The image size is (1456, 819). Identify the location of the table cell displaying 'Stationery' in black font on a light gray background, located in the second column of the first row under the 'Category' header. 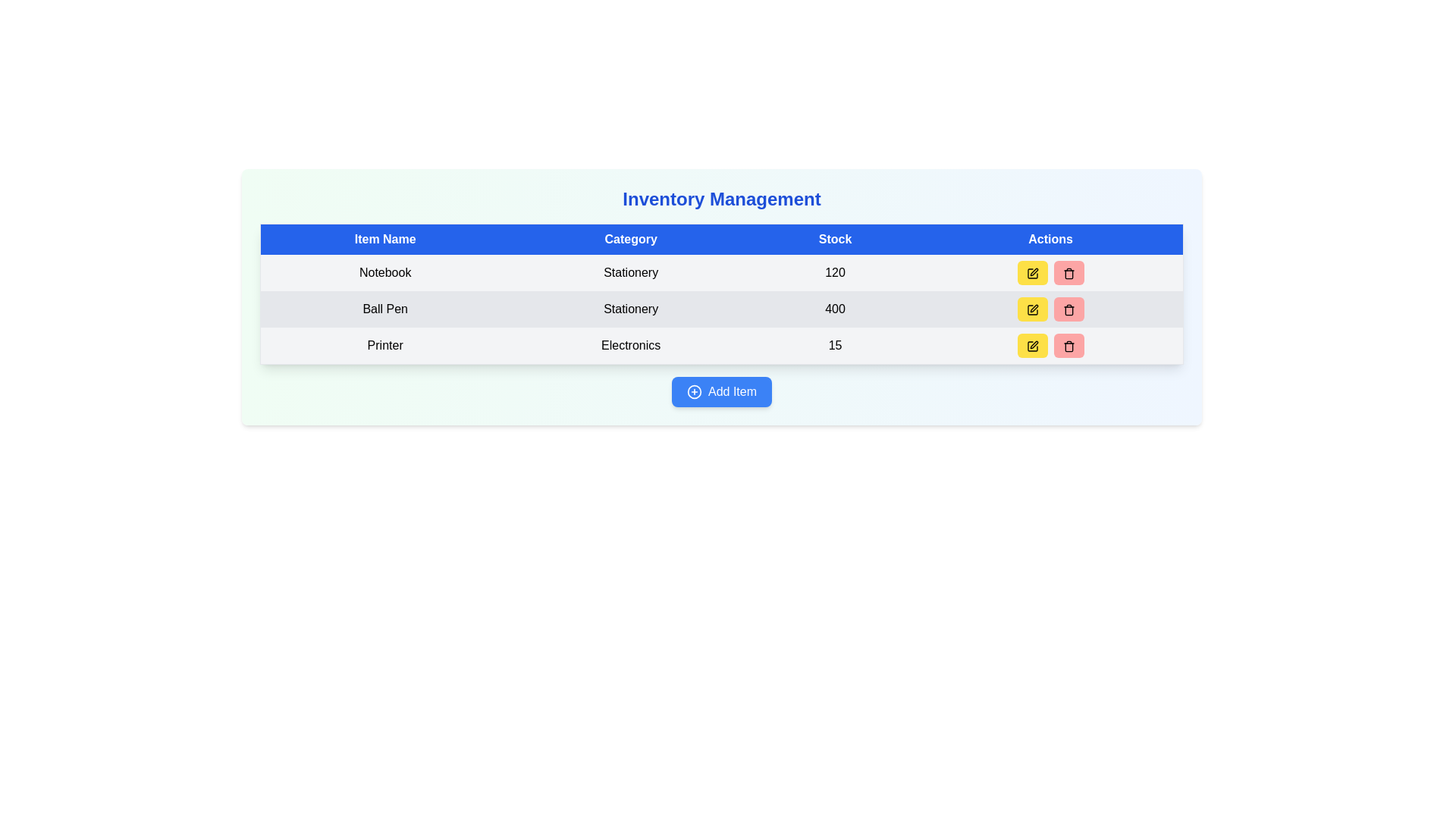
(631, 271).